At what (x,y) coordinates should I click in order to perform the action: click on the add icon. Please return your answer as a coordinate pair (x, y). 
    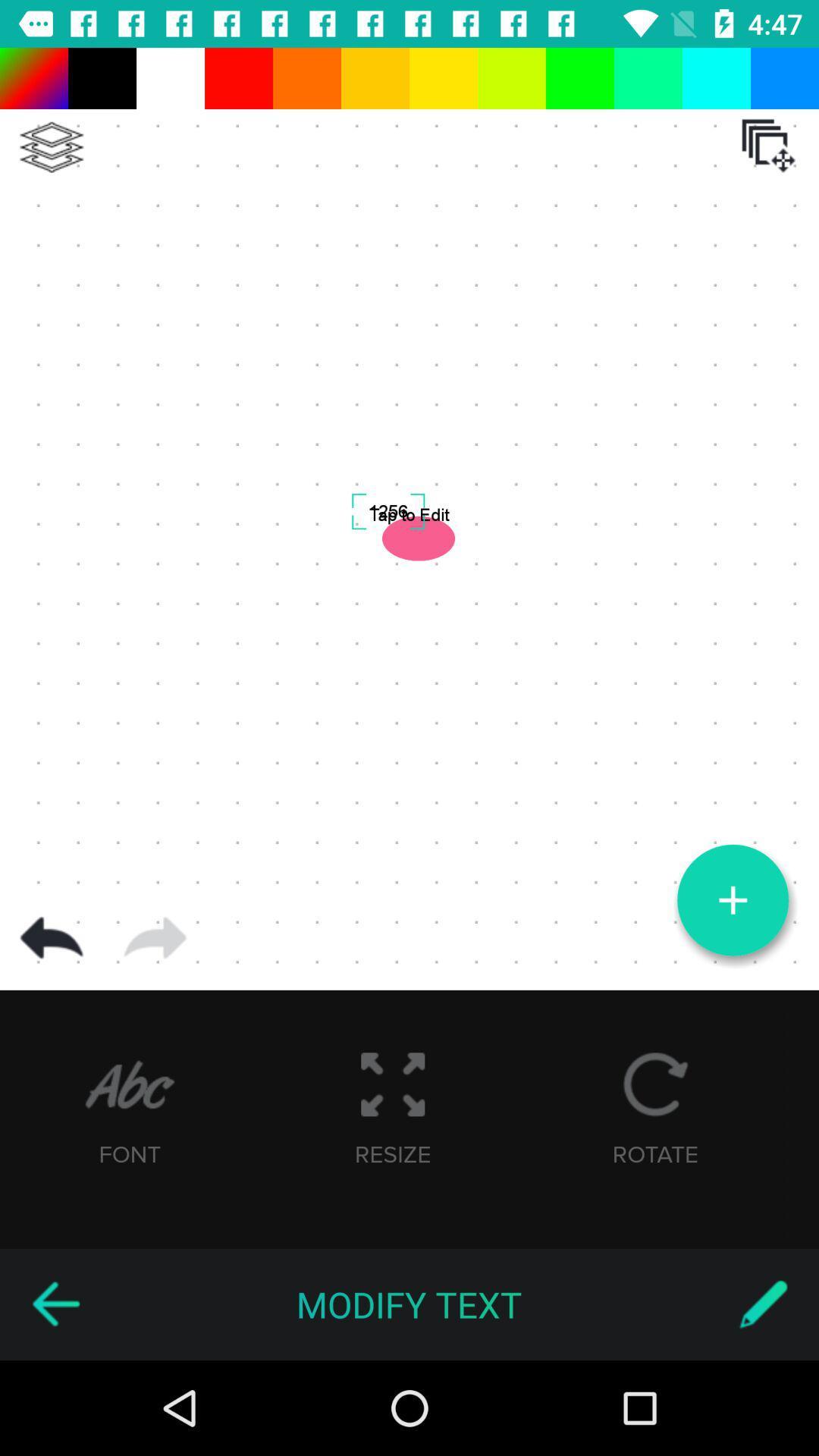
    Looking at the image, I should click on (732, 900).